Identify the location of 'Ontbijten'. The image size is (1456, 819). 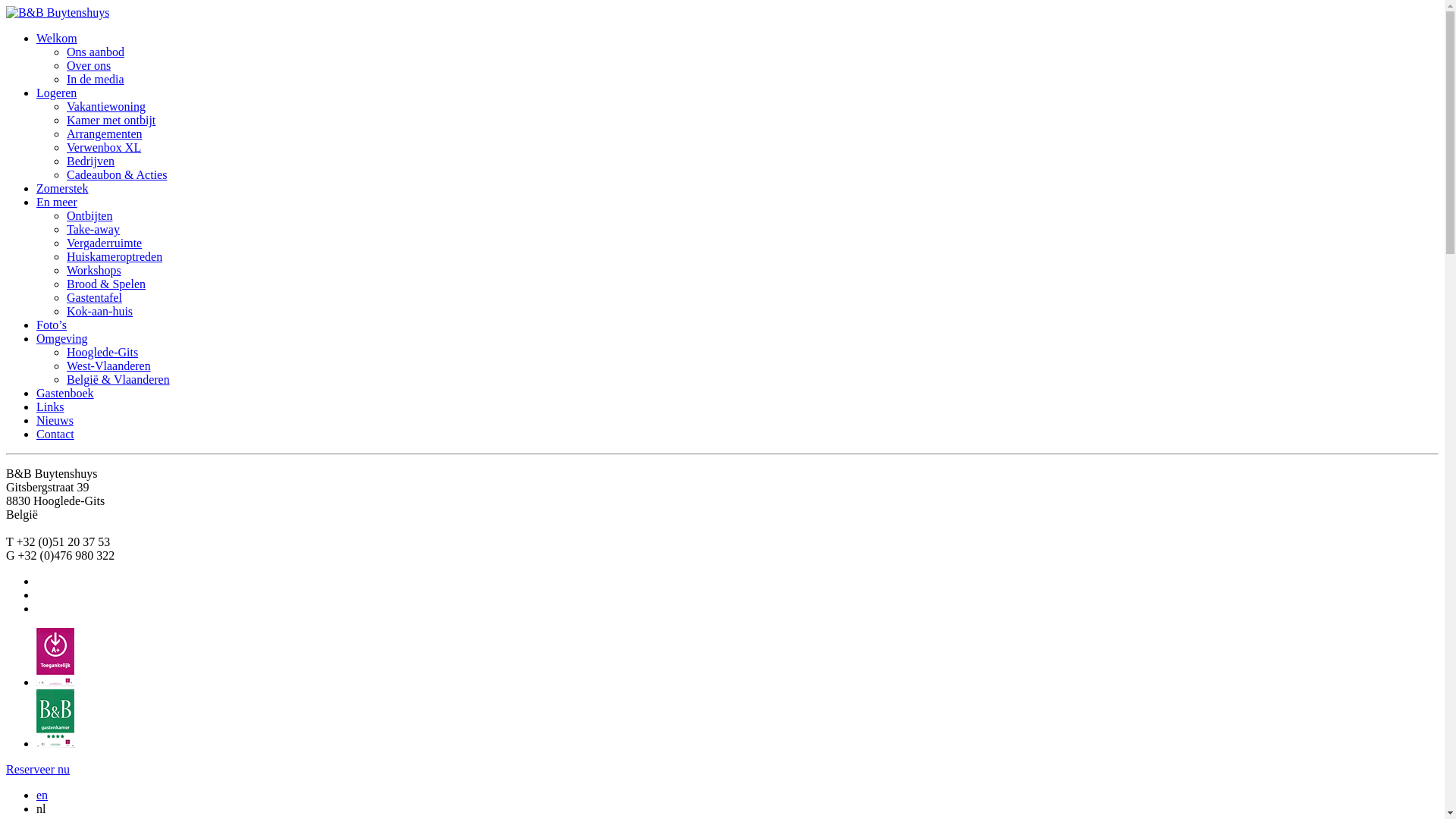
(89, 215).